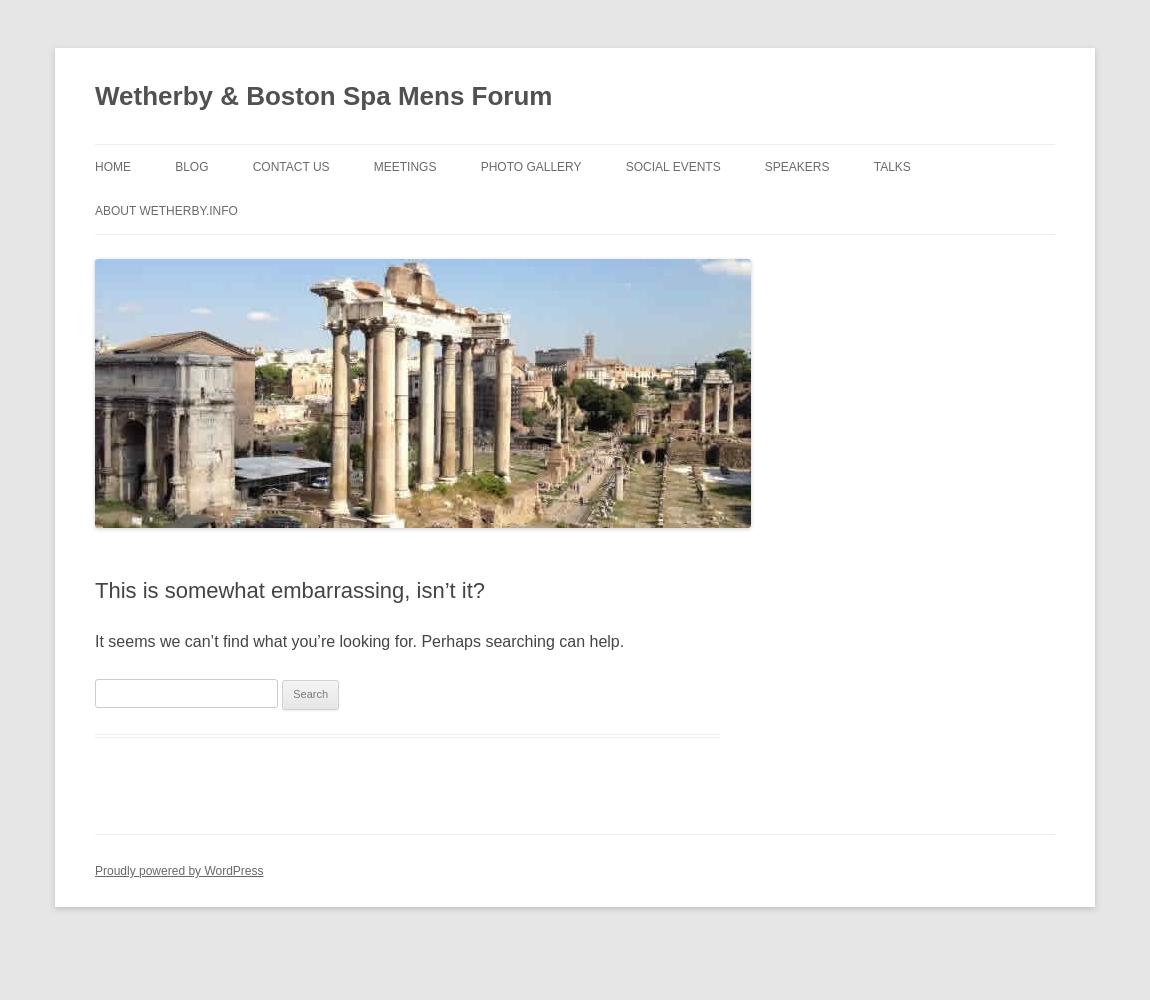 This screenshot has height=1000, width=1150. Describe the element at coordinates (795, 167) in the screenshot. I see `'Speakers'` at that location.